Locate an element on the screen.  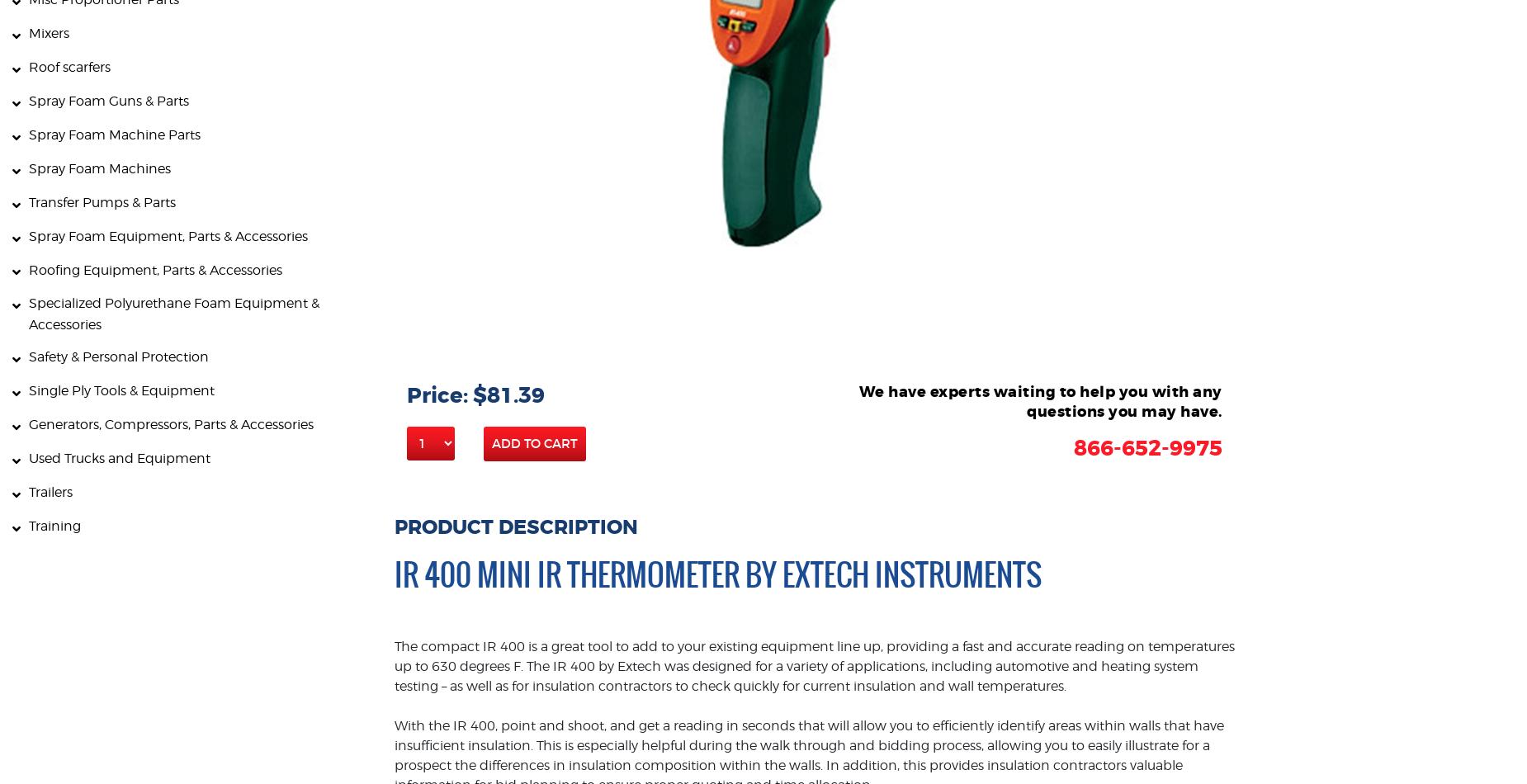
'Safety & Personal Protection' is located at coordinates (117, 356).